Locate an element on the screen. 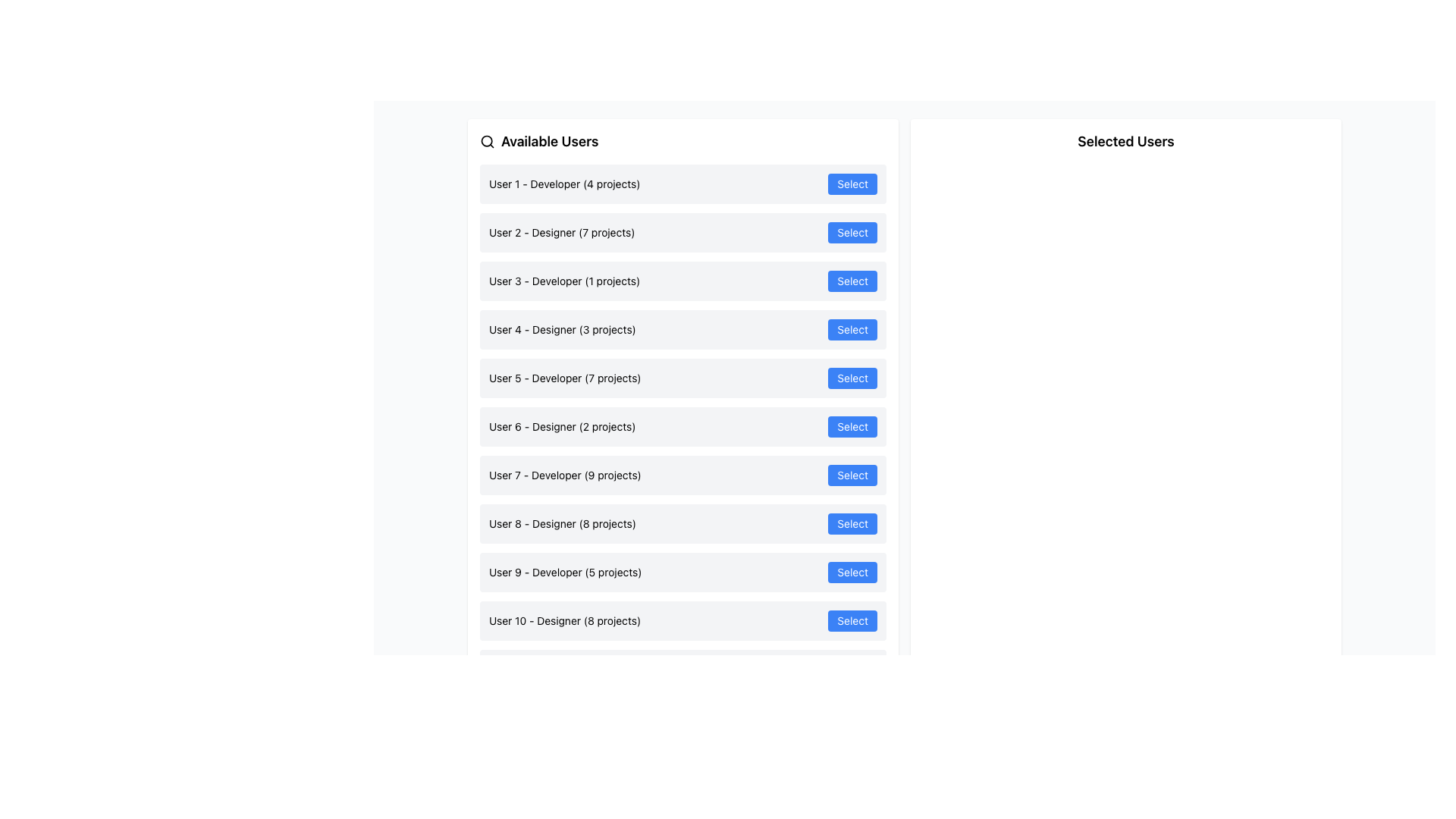  the label displaying 'User 10 - Designer (8 projects)' in the 'Available Users' section, which is the left-aligned description of the tenth entry in the list is located at coordinates (564, 620).